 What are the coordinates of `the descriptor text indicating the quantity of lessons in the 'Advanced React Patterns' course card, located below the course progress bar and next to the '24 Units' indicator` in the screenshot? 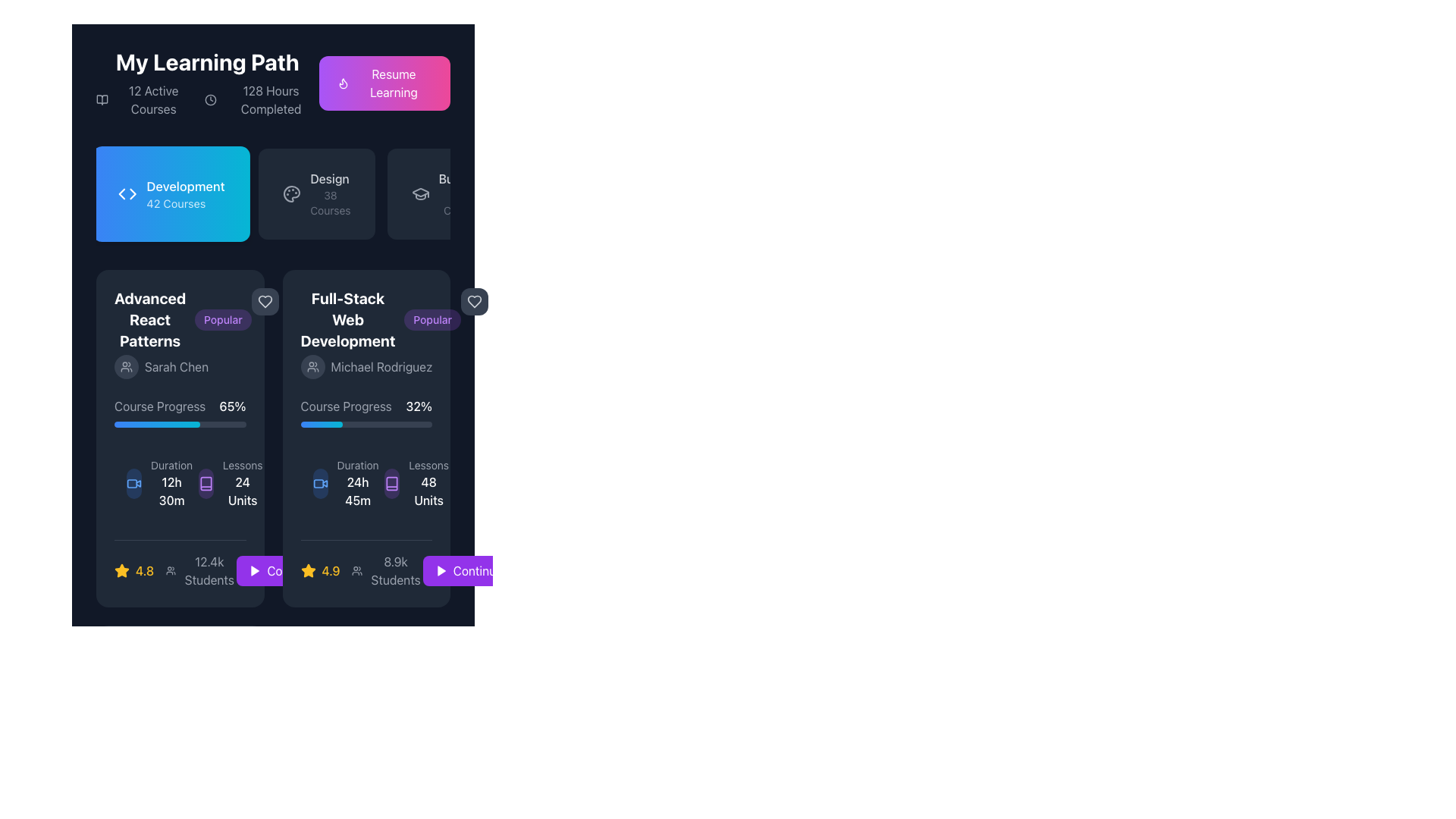 It's located at (243, 464).